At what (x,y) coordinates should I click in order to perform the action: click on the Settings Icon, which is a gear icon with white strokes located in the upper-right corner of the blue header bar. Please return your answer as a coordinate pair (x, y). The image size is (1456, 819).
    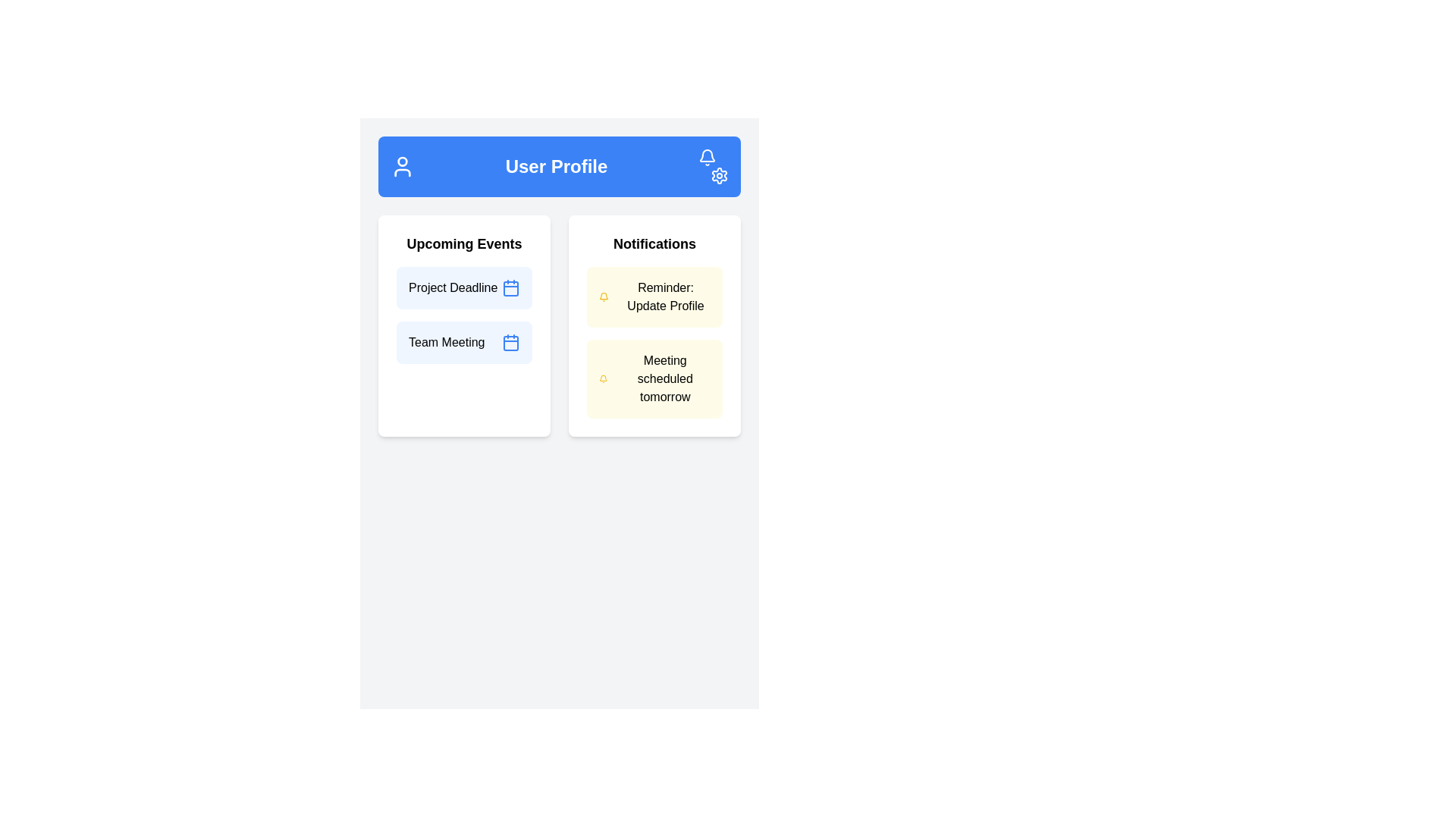
    Looking at the image, I should click on (719, 174).